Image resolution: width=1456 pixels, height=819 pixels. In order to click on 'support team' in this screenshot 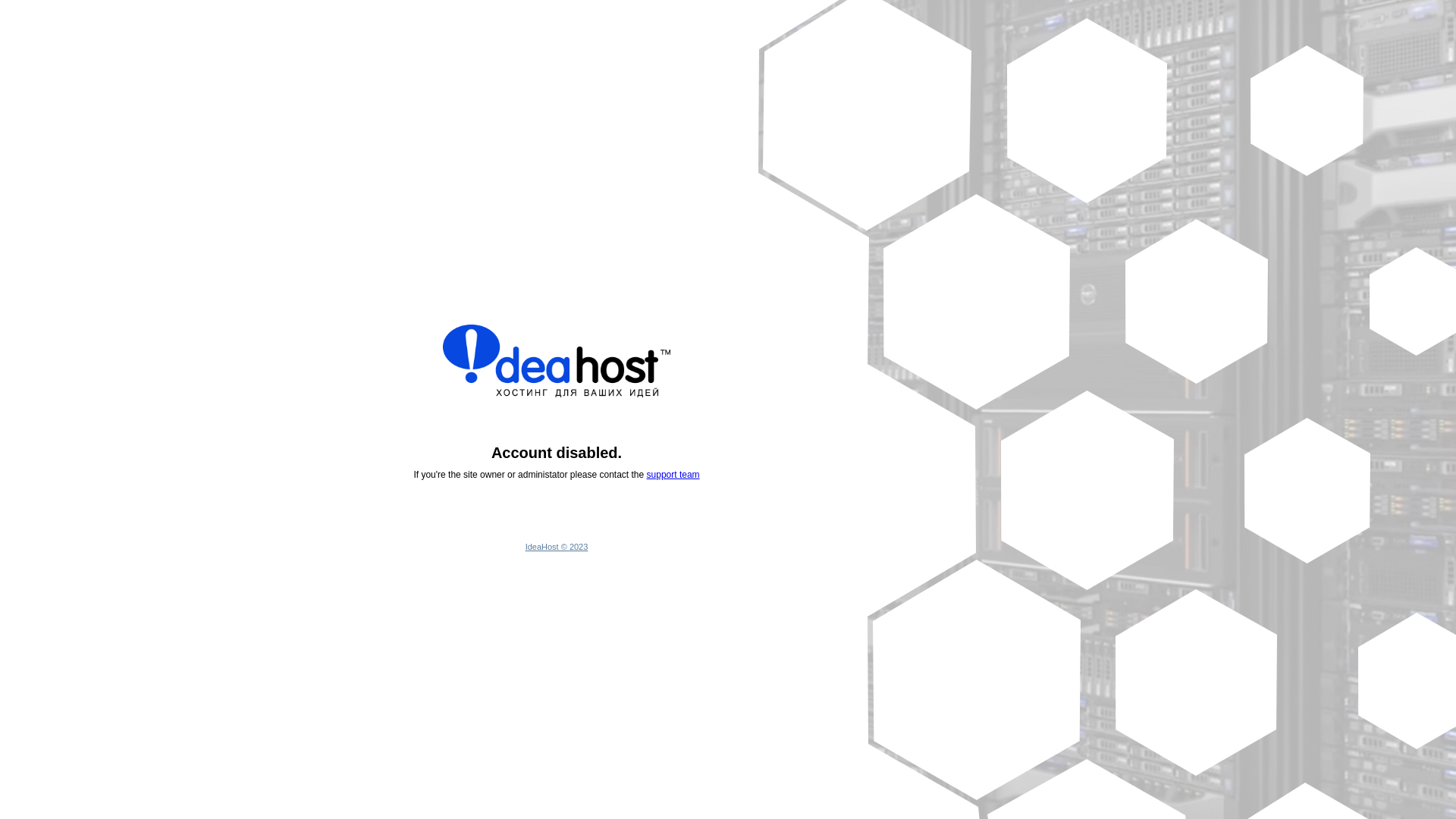, I will do `click(673, 473)`.